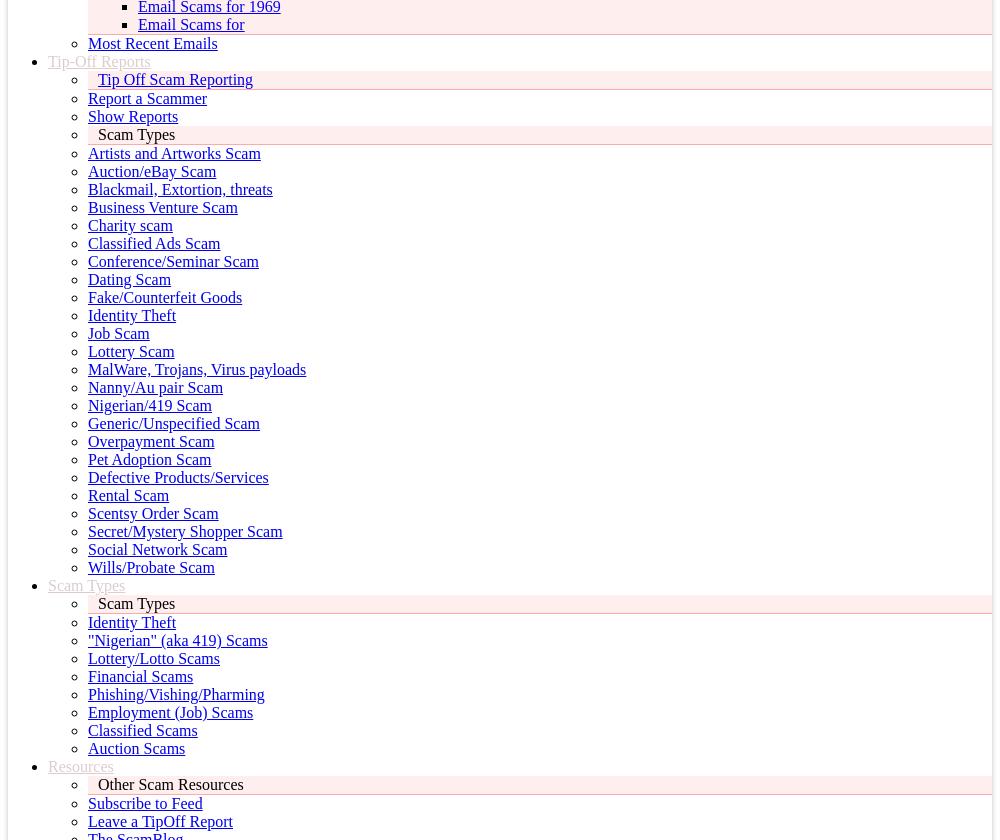 The width and height of the screenshot is (1000, 840). Describe the element at coordinates (185, 531) in the screenshot. I see `'Secret/Mystery Shopper Scam'` at that location.